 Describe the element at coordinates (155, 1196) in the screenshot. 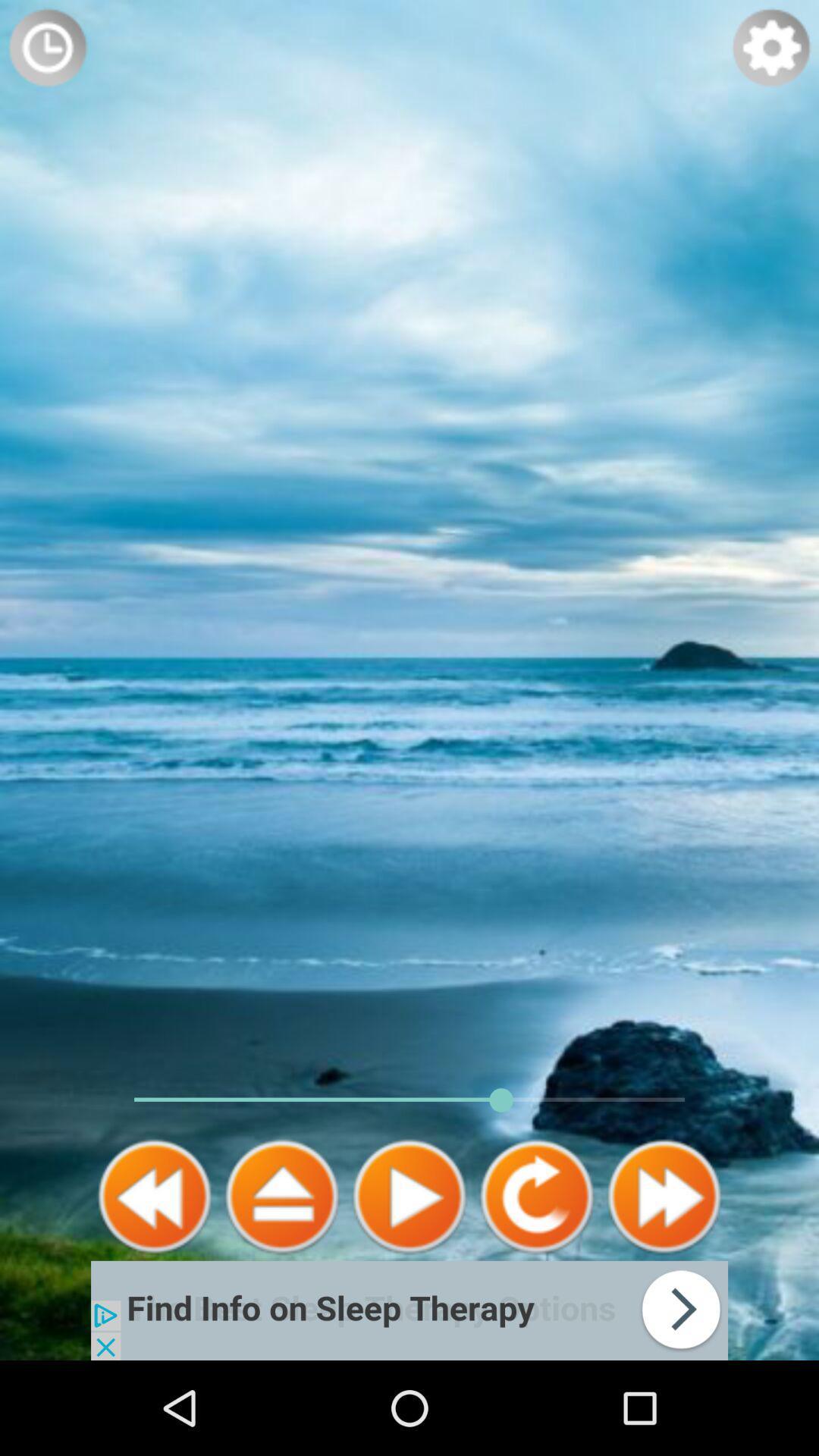

I see `backward` at that location.